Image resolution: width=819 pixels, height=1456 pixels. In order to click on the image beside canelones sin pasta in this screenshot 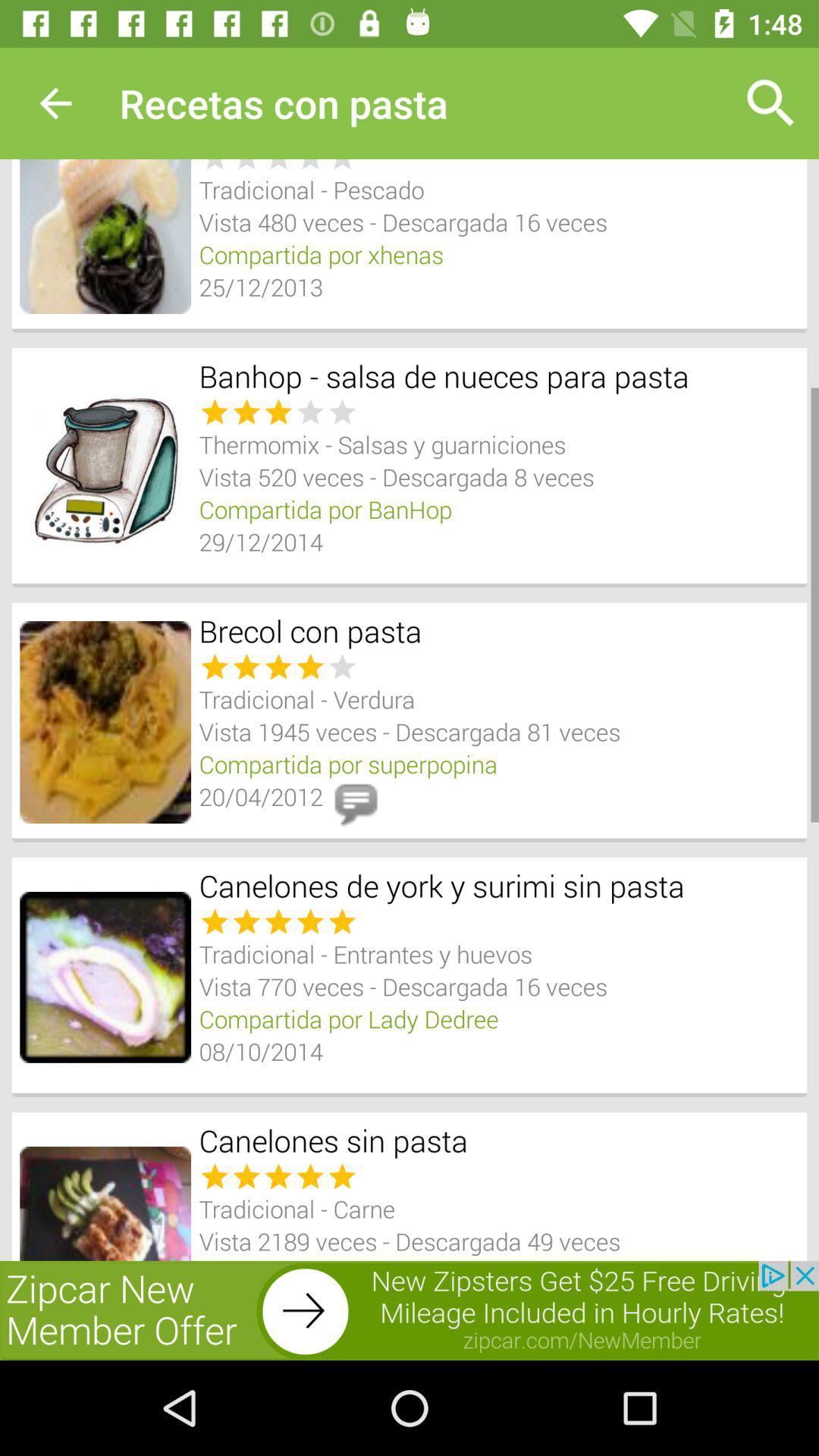, I will do `click(104, 1203)`.